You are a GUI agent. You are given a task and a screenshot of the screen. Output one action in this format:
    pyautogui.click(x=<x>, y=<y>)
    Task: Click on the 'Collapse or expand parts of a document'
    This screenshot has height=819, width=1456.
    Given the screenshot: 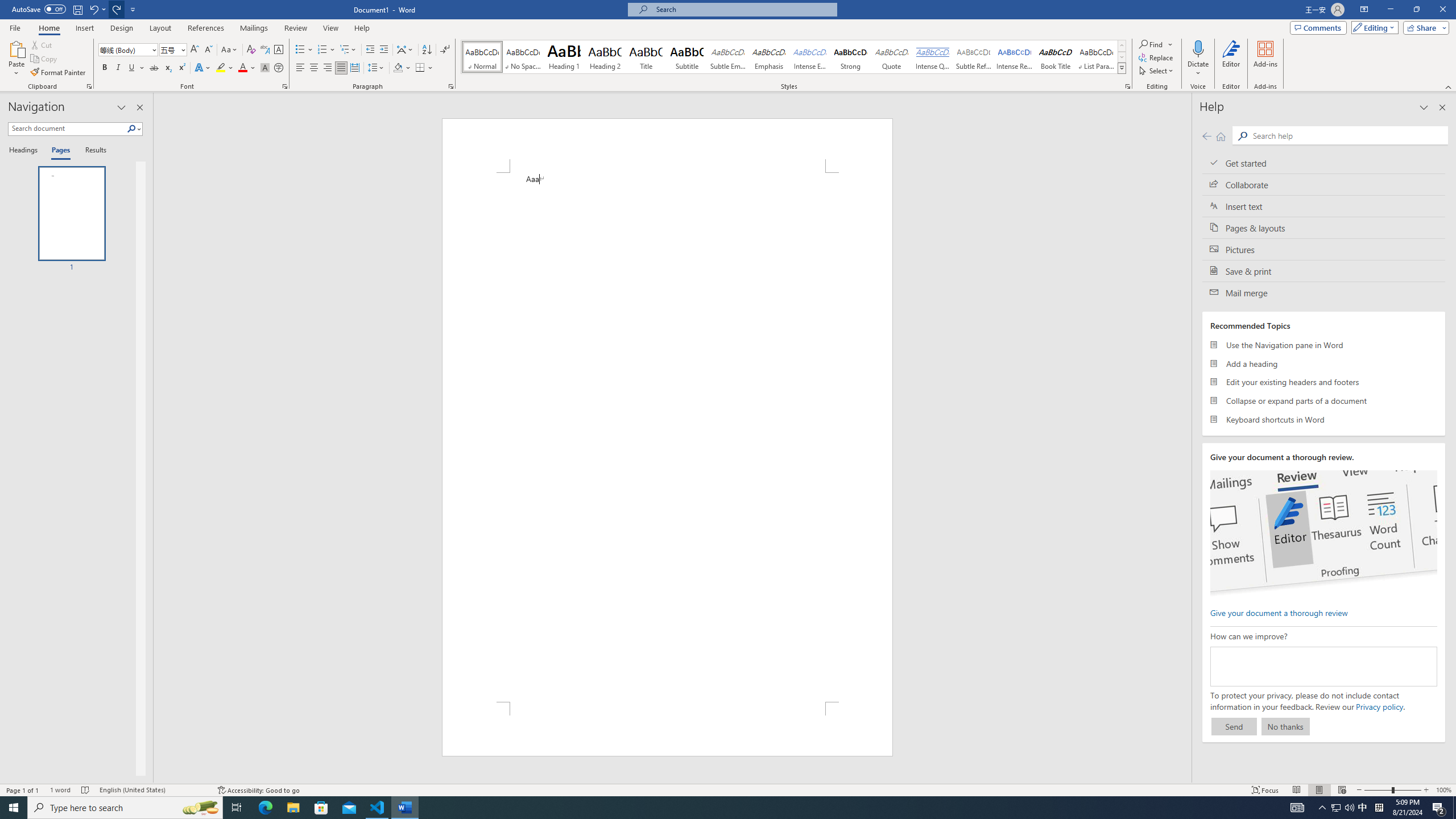 What is the action you would take?
    pyautogui.click(x=1323, y=400)
    